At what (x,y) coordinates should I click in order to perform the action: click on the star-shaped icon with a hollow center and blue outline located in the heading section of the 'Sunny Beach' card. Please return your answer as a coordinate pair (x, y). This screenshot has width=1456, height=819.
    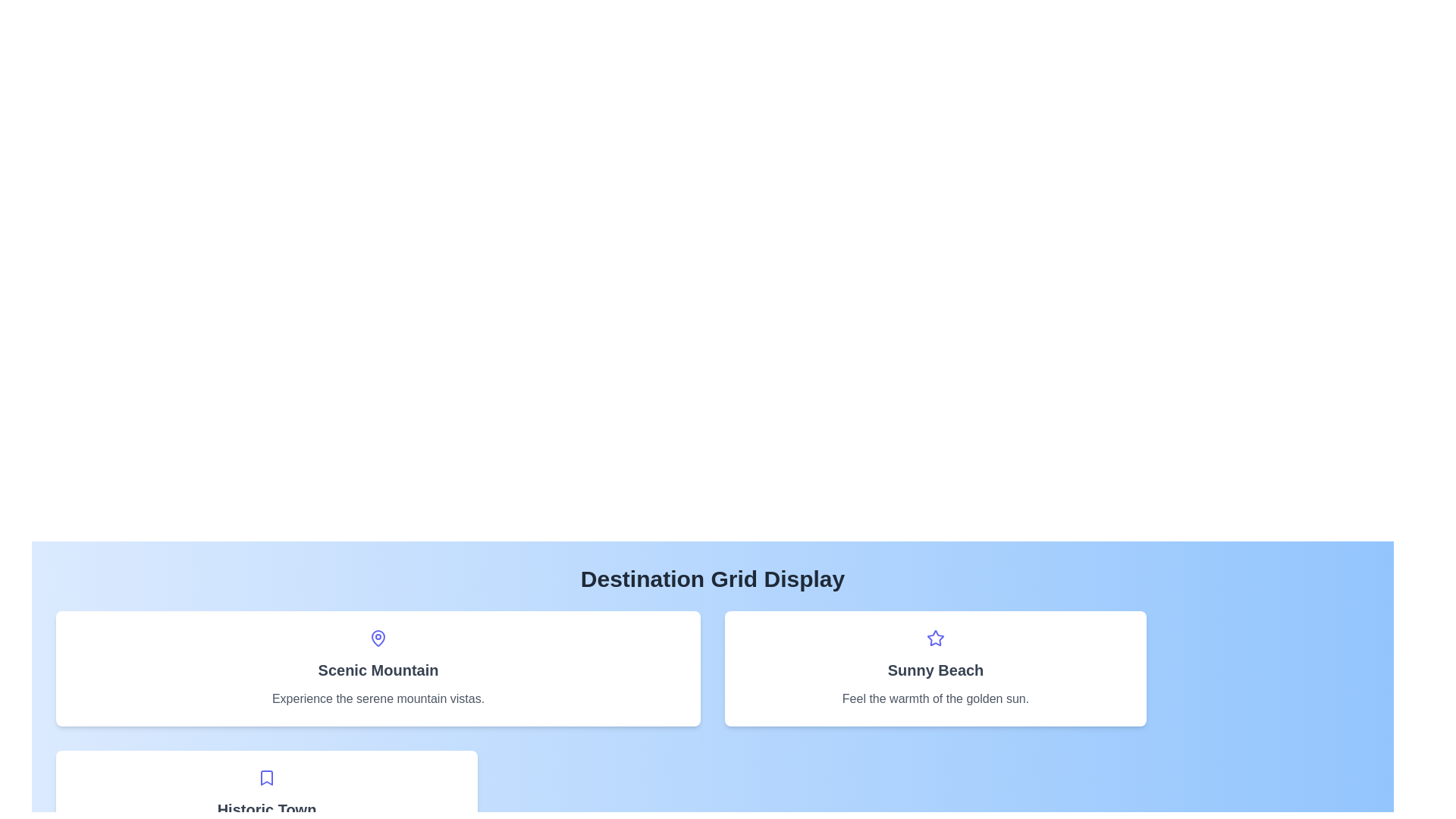
    Looking at the image, I should click on (934, 638).